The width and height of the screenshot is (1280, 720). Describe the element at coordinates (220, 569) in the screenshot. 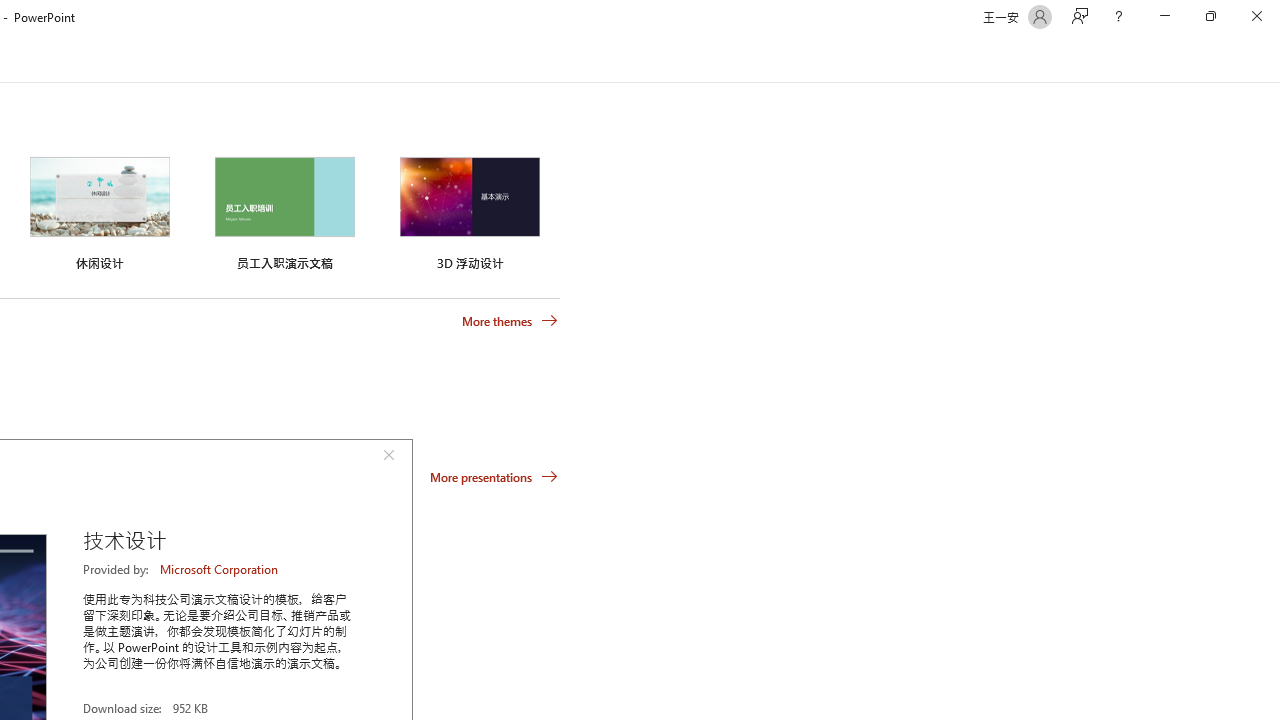

I see `'Microsoft Corporation'` at that location.